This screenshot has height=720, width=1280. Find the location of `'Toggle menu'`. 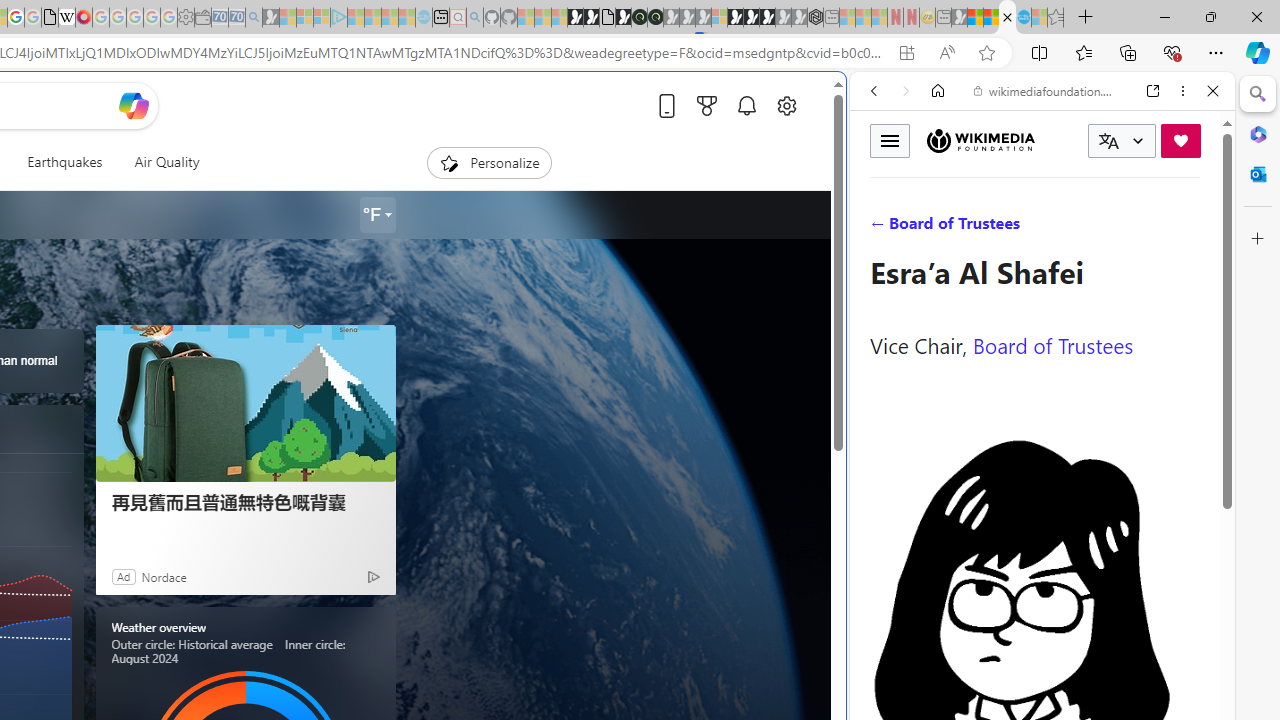

'Toggle menu' is located at coordinates (889, 139).